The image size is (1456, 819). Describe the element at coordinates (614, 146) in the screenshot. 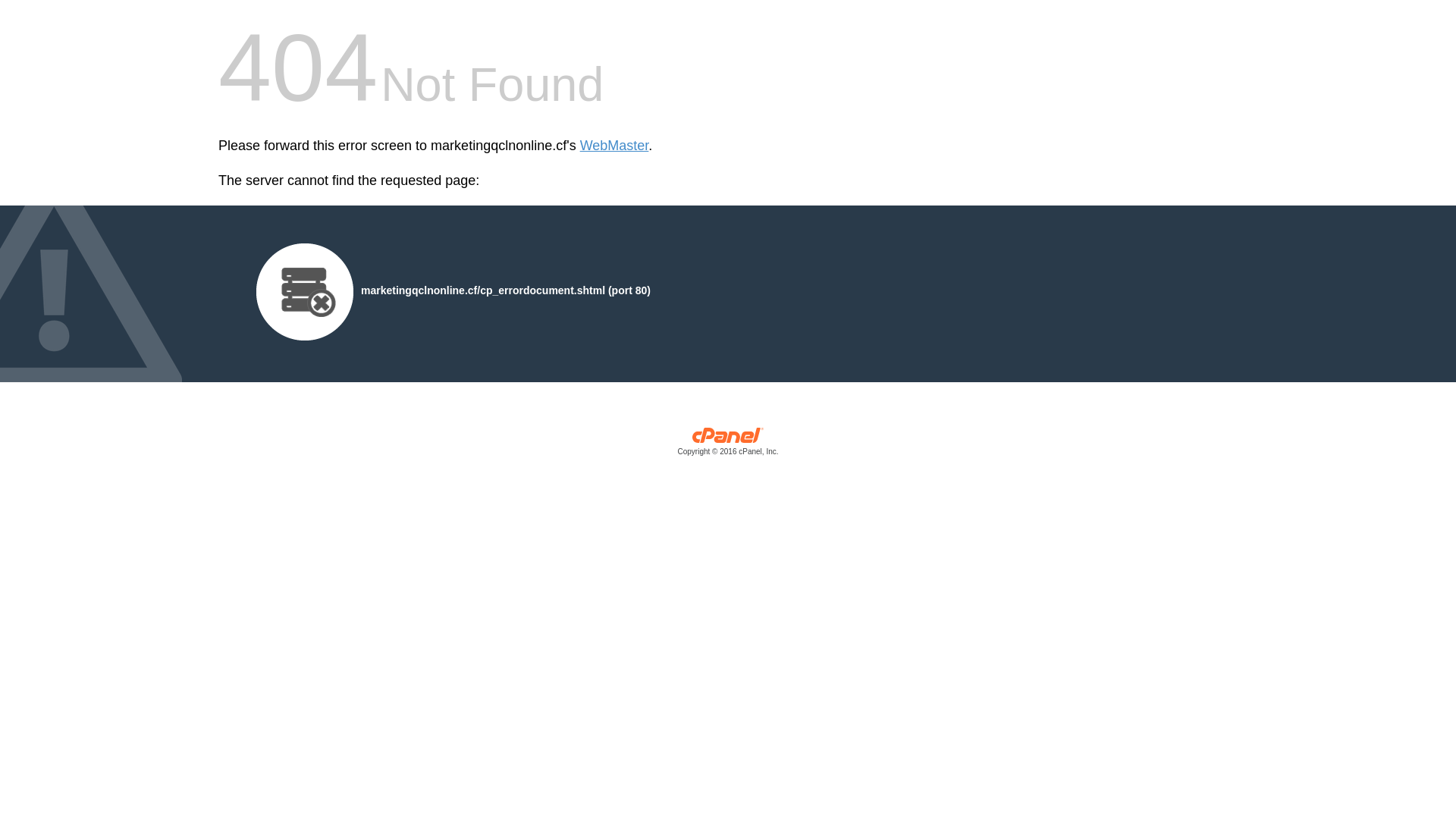

I see `'WebMaster'` at that location.